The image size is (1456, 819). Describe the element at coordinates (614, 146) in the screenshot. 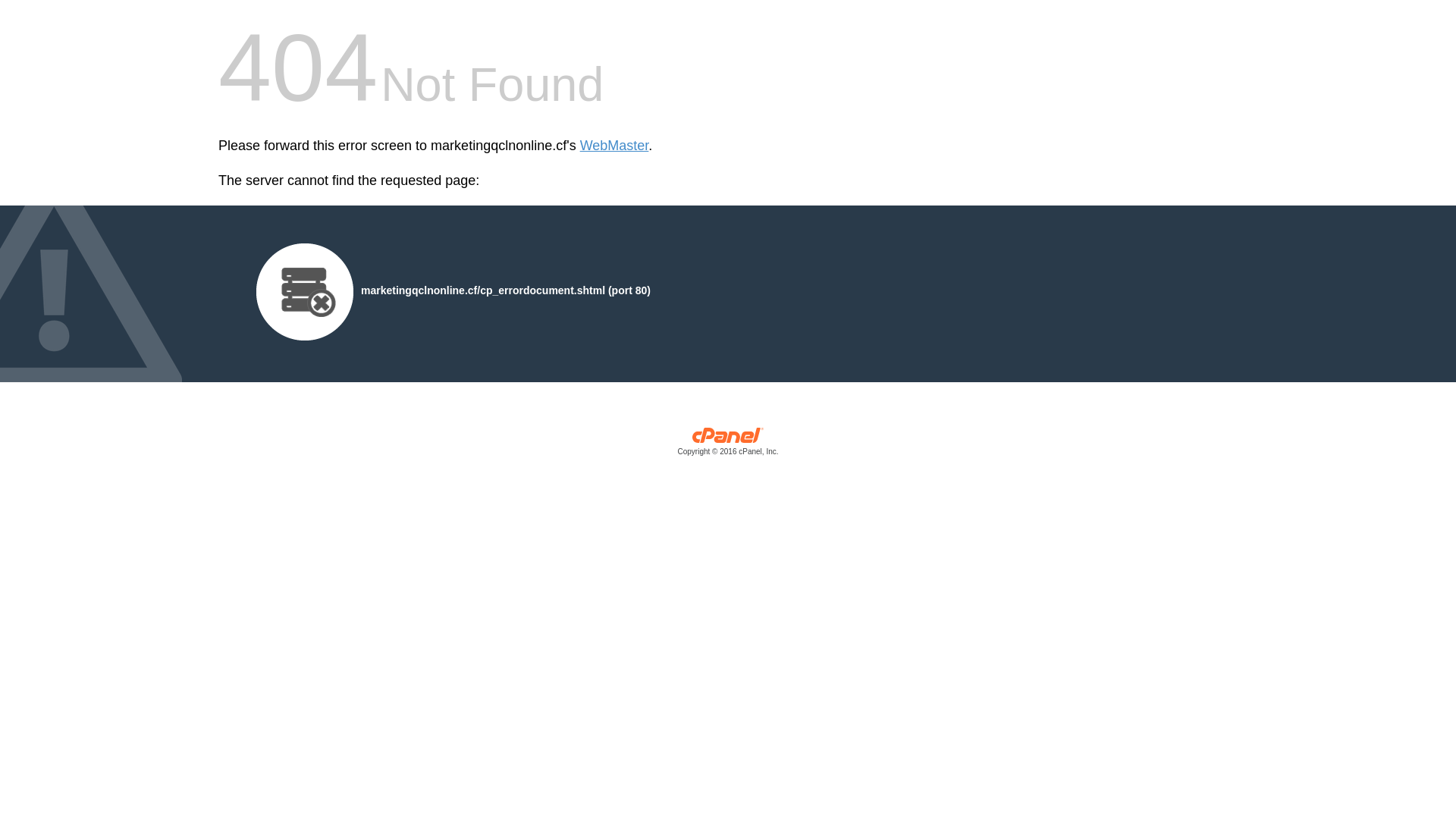

I see `'WebMaster'` at that location.